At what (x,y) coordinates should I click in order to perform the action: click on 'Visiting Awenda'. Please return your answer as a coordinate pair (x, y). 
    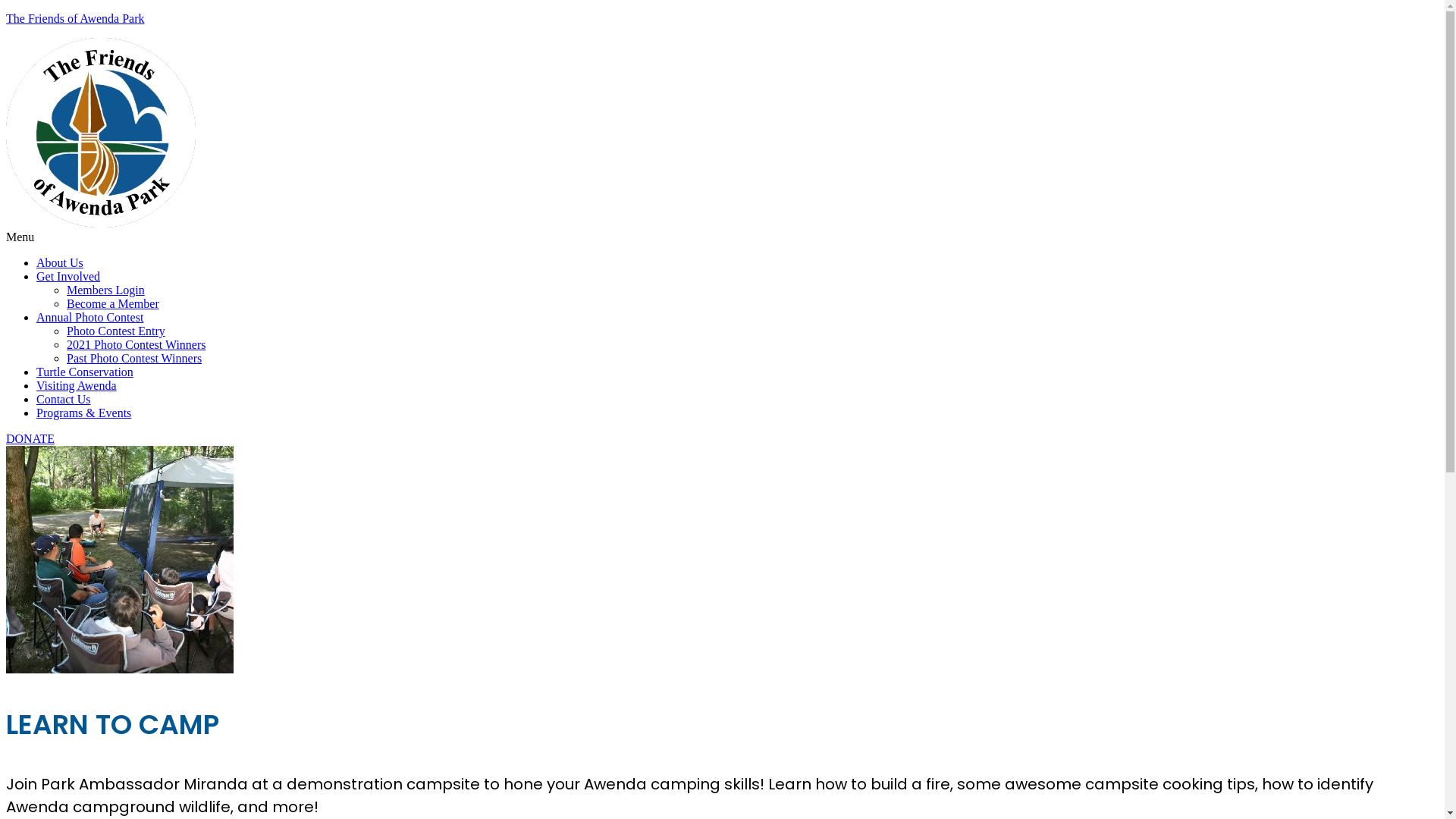
    Looking at the image, I should click on (75, 384).